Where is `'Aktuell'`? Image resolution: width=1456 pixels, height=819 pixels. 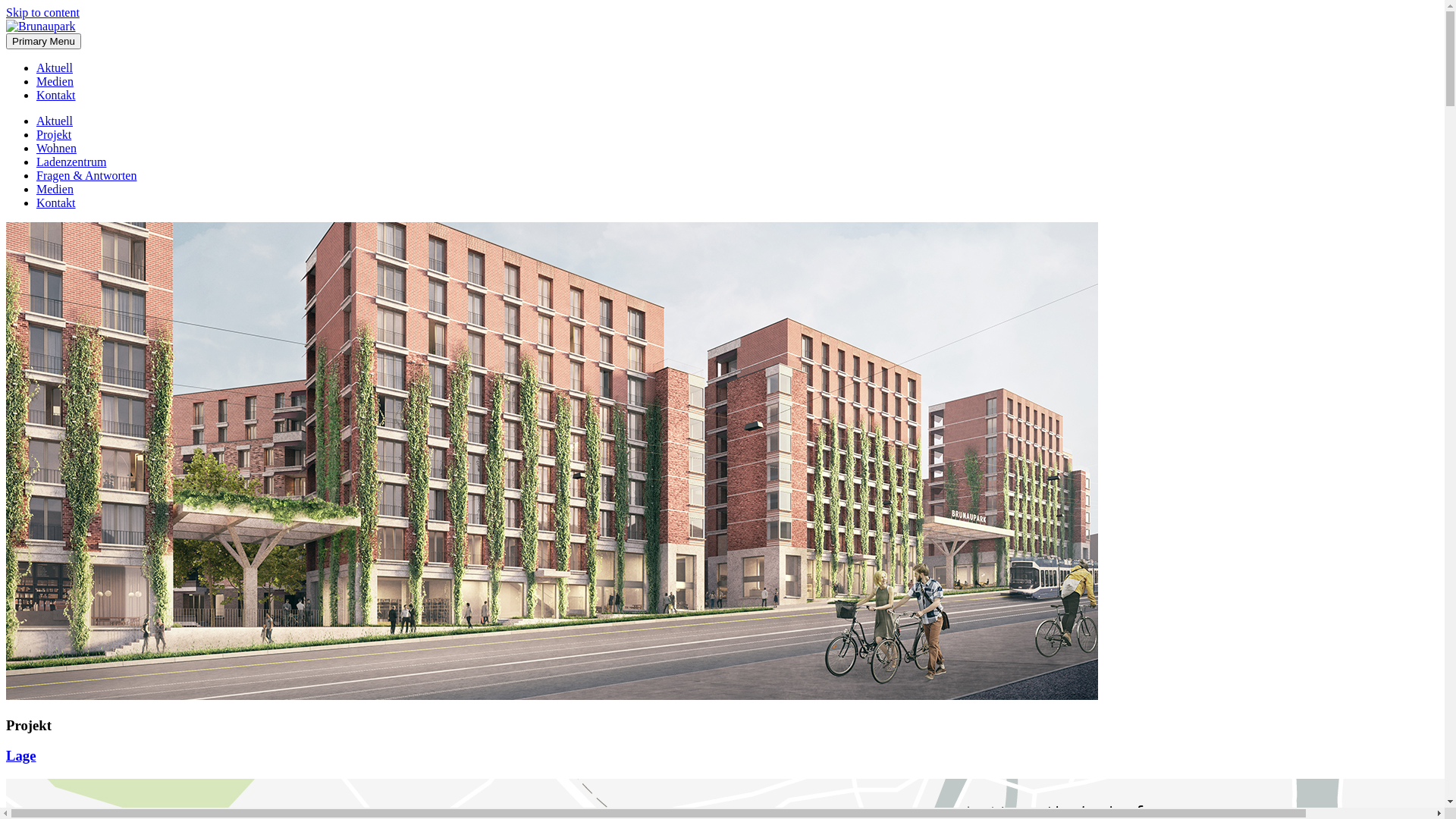 'Aktuell' is located at coordinates (36, 67).